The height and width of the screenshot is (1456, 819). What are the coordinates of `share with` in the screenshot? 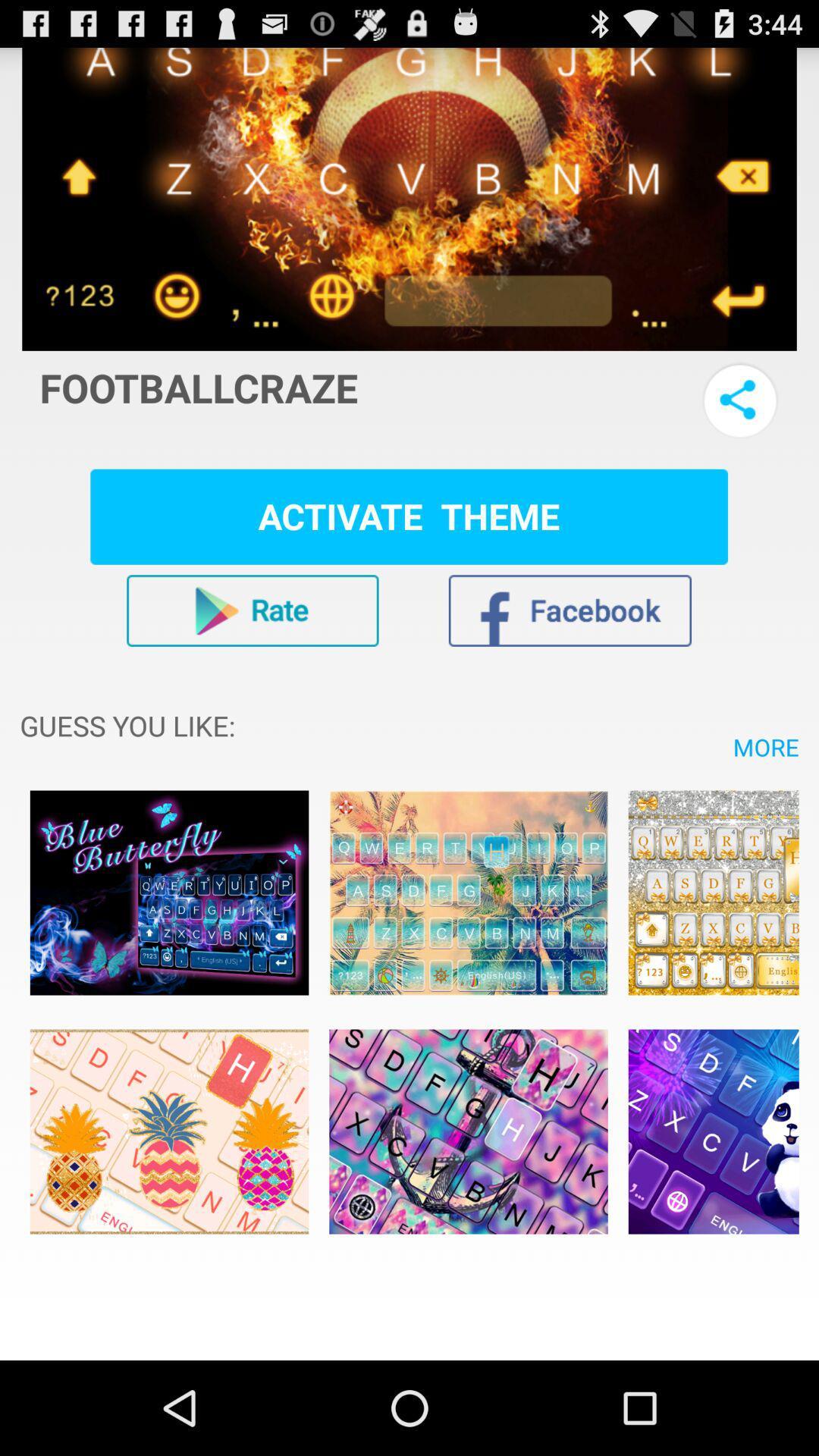 It's located at (739, 400).